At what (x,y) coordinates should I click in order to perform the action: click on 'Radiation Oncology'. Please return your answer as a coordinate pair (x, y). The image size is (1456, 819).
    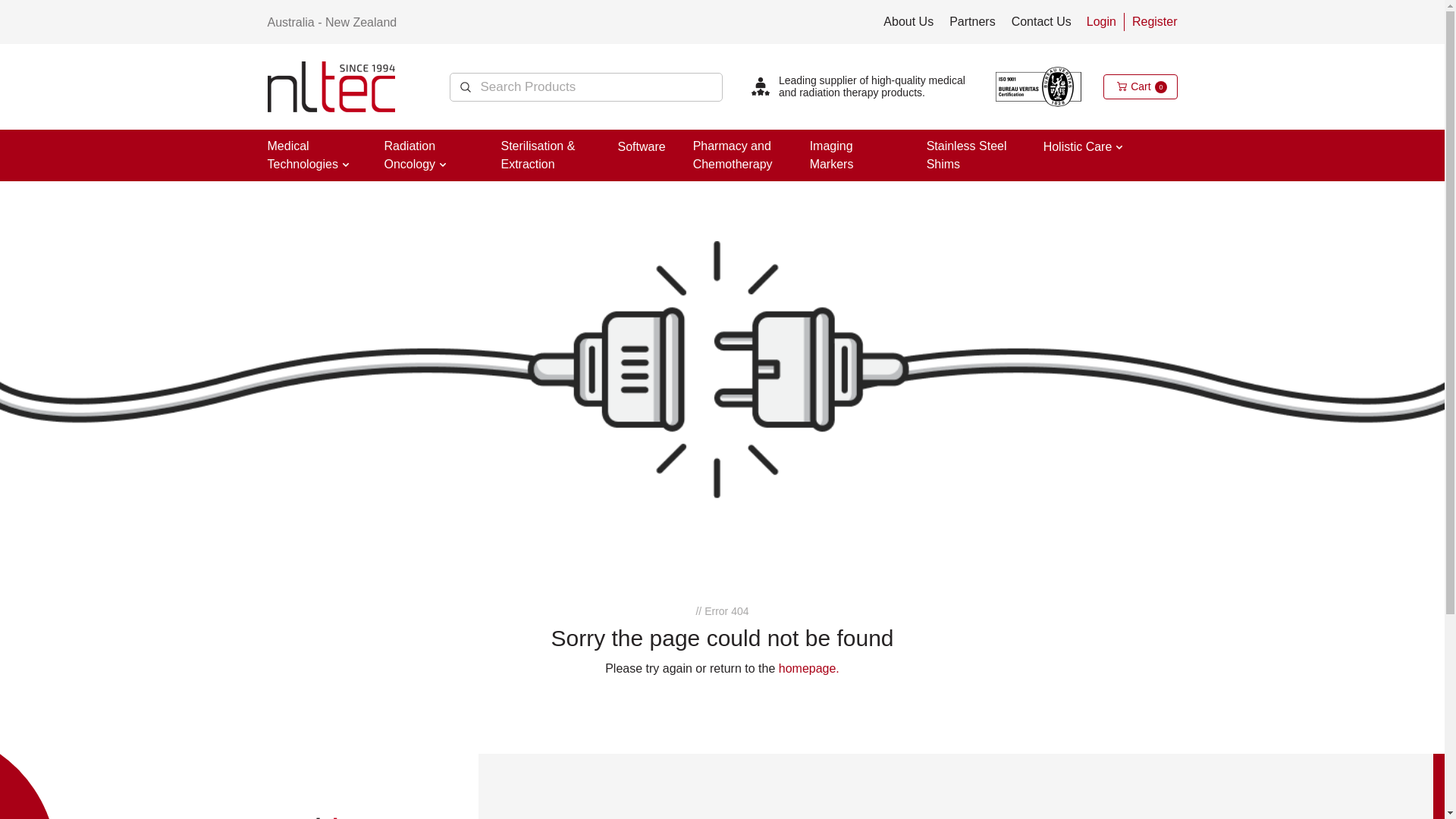
    Looking at the image, I should click on (409, 155).